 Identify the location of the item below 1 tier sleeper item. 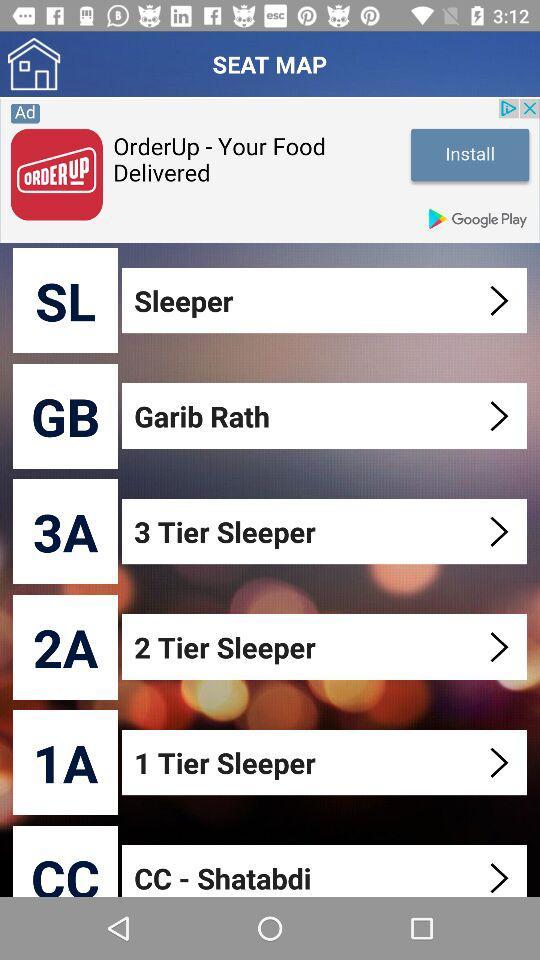
(326, 870).